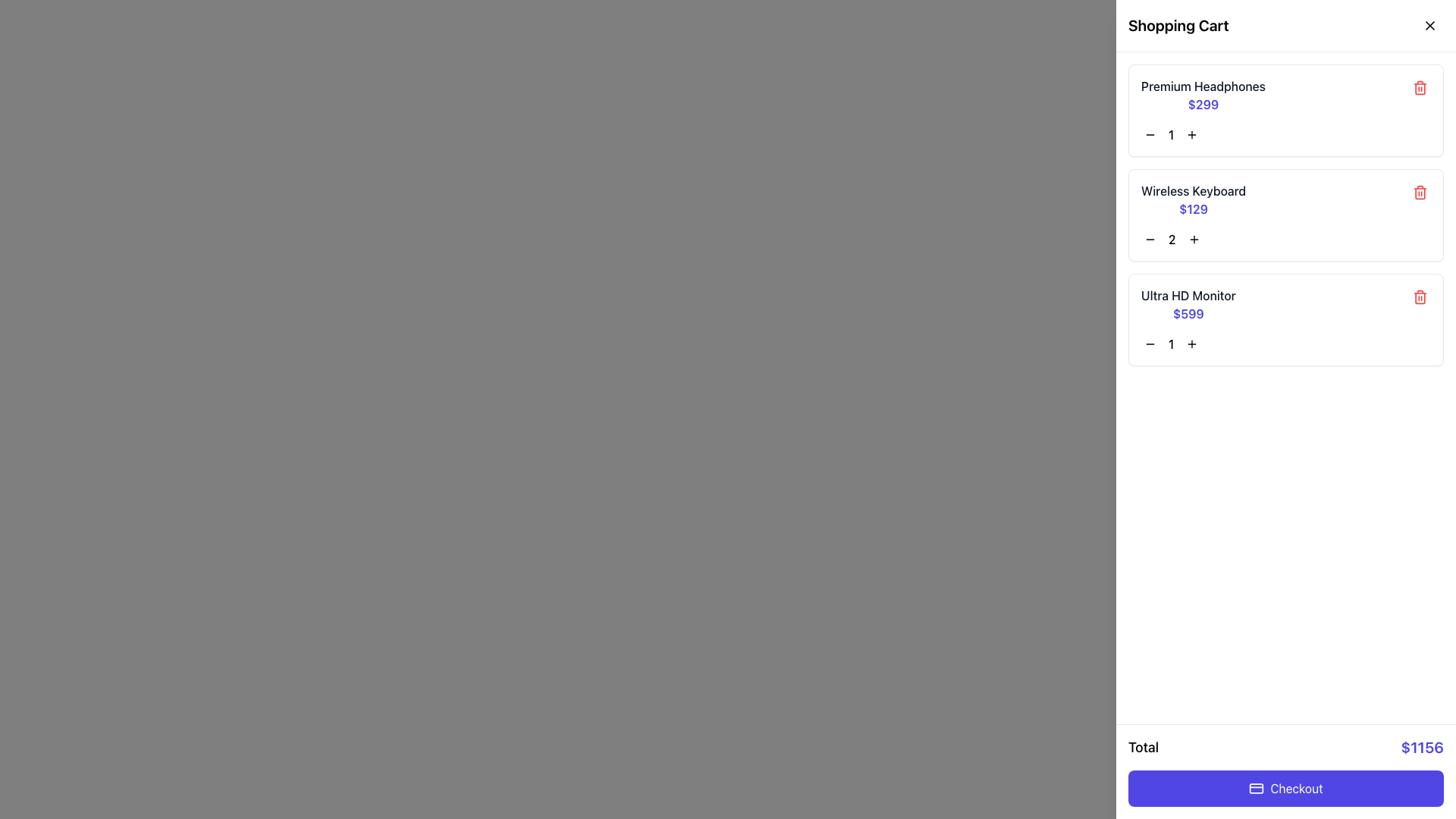  Describe the element at coordinates (1419, 87) in the screenshot. I see `the icon button that represents the action to remove 'Premium Headphones' from the shopping cart` at that location.